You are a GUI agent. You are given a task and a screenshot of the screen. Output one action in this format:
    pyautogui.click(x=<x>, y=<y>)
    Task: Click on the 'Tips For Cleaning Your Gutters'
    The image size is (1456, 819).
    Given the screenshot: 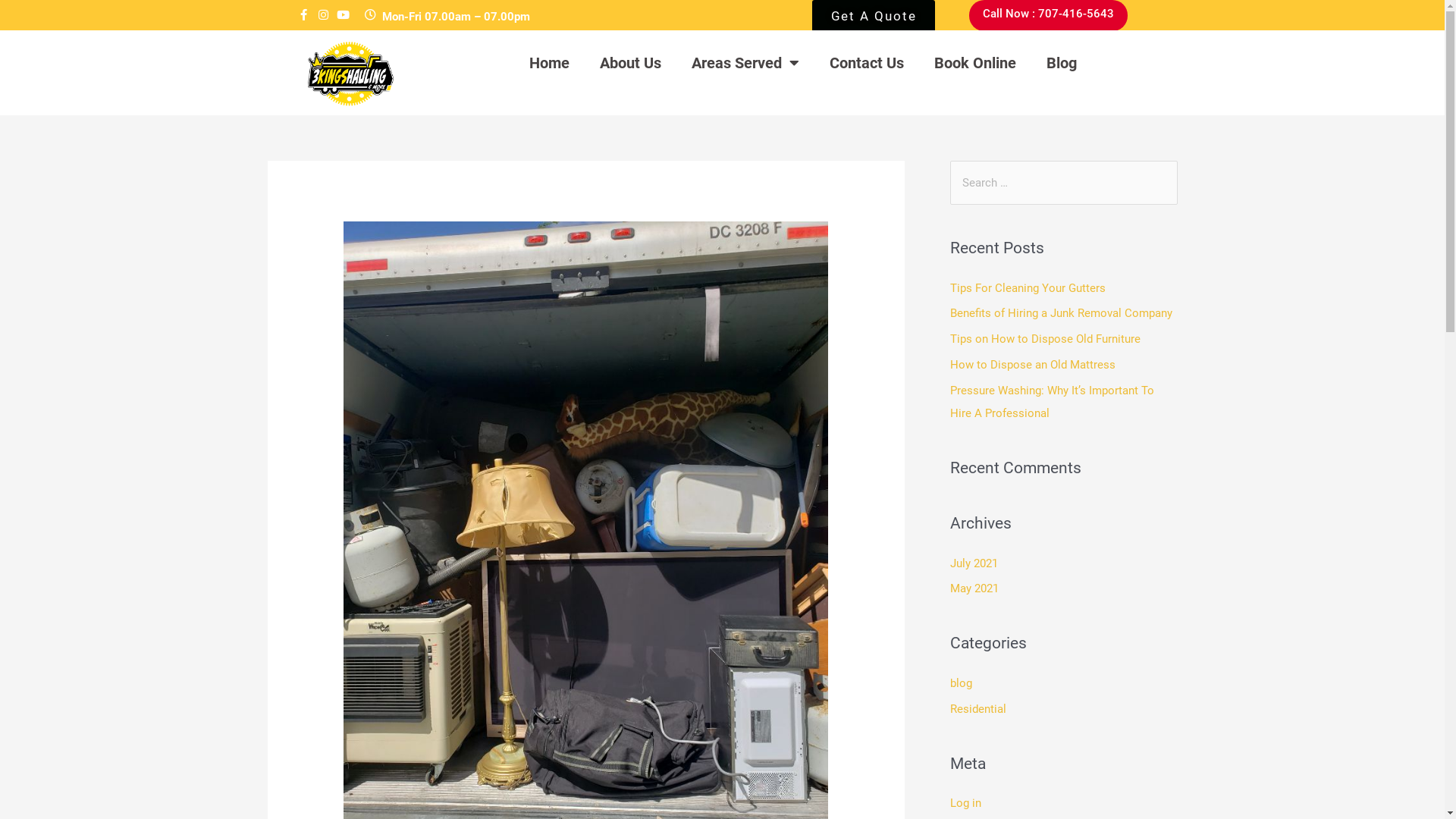 What is the action you would take?
    pyautogui.click(x=949, y=288)
    